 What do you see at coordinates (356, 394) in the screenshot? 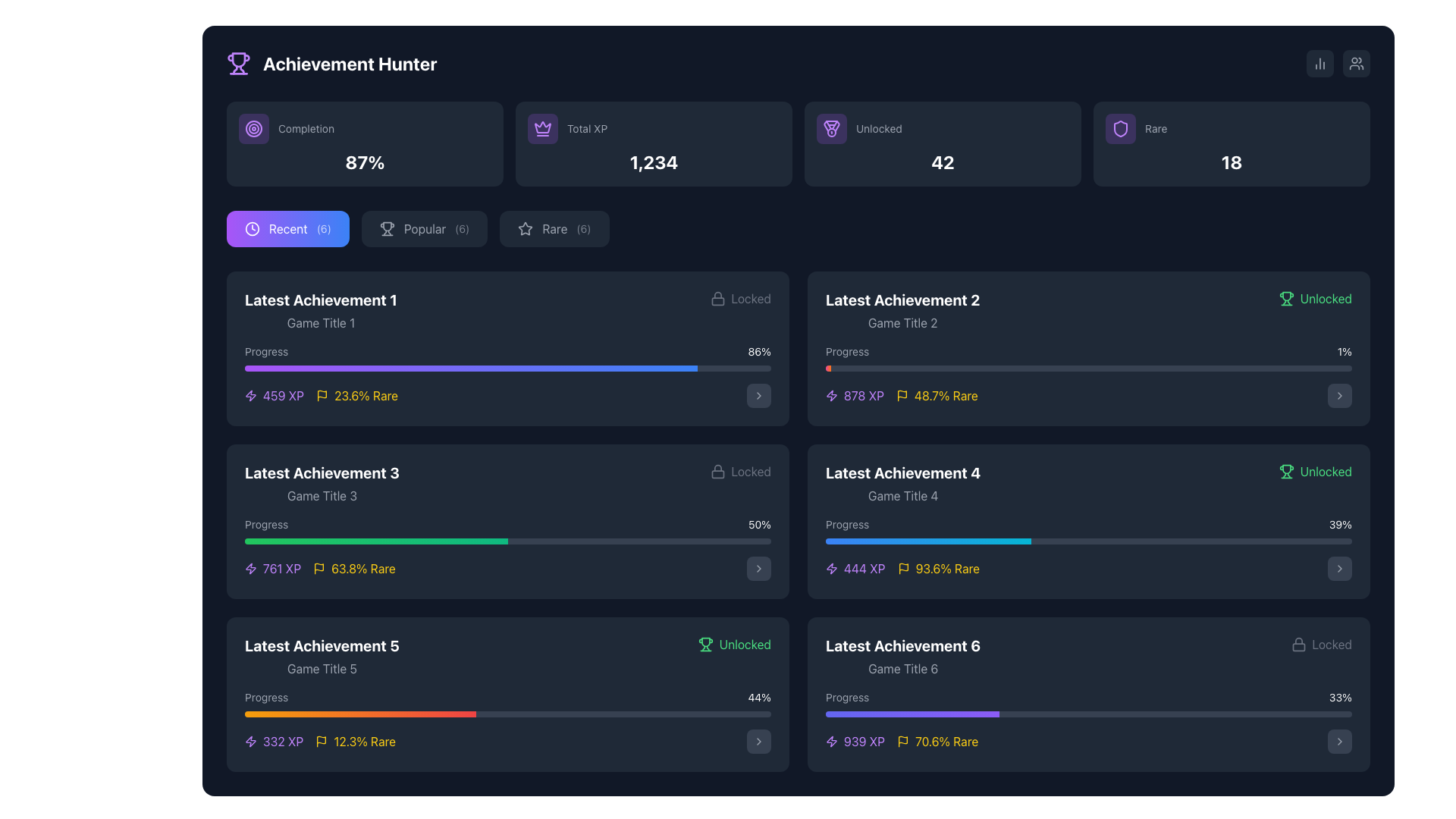
I see `the flag icon next to the rarity percentage of the achievement, which is located below the 'Latest Achievement 1' title and left of 'Progress: 86%` at bounding box center [356, 394].